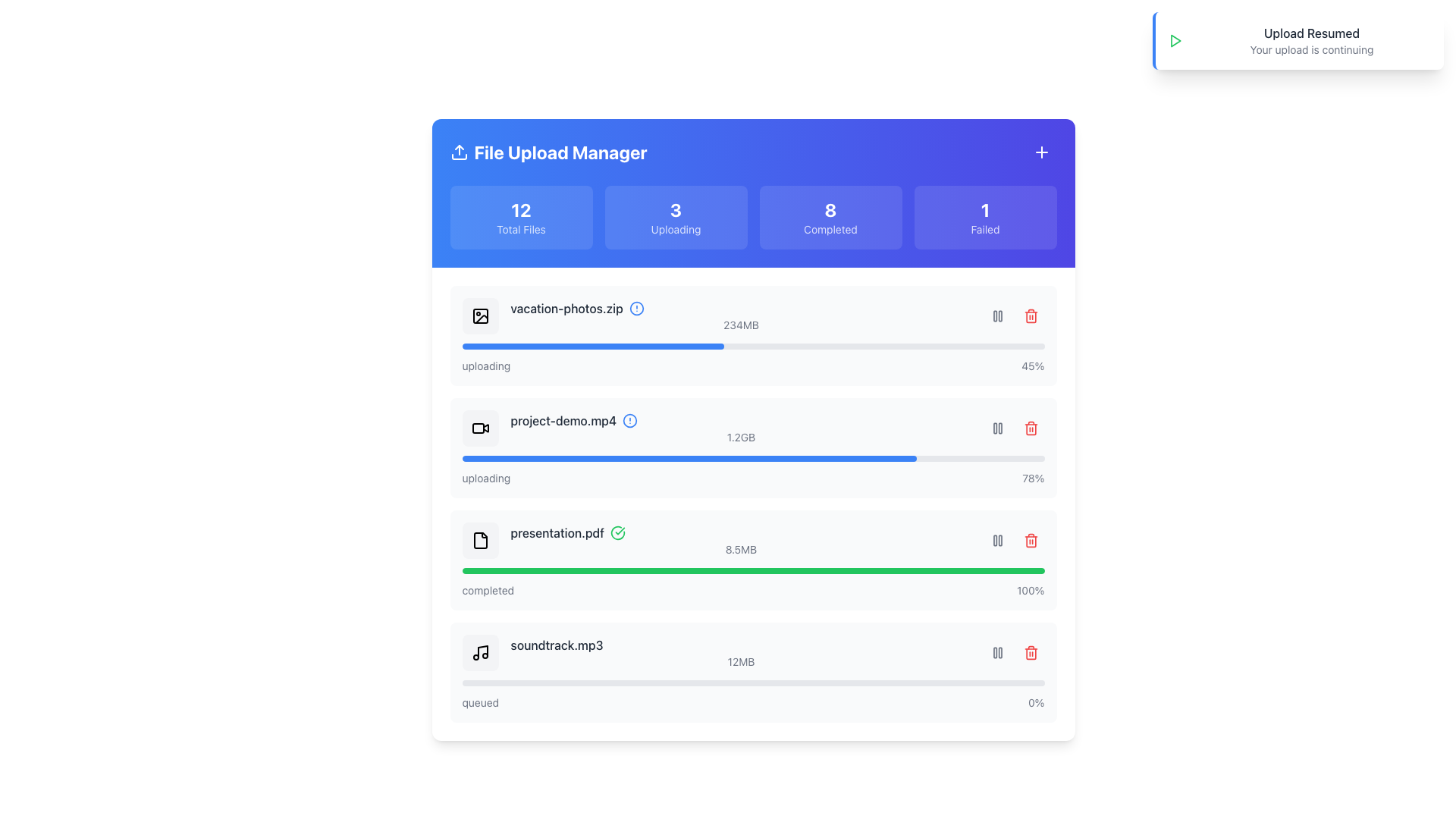 This screenshot has width=1456, height=819. I want to click on the circular alert icon with a blue border located to the right of the text 'project-demo.mp4' in the second row of the file status list, so click(630, 421).